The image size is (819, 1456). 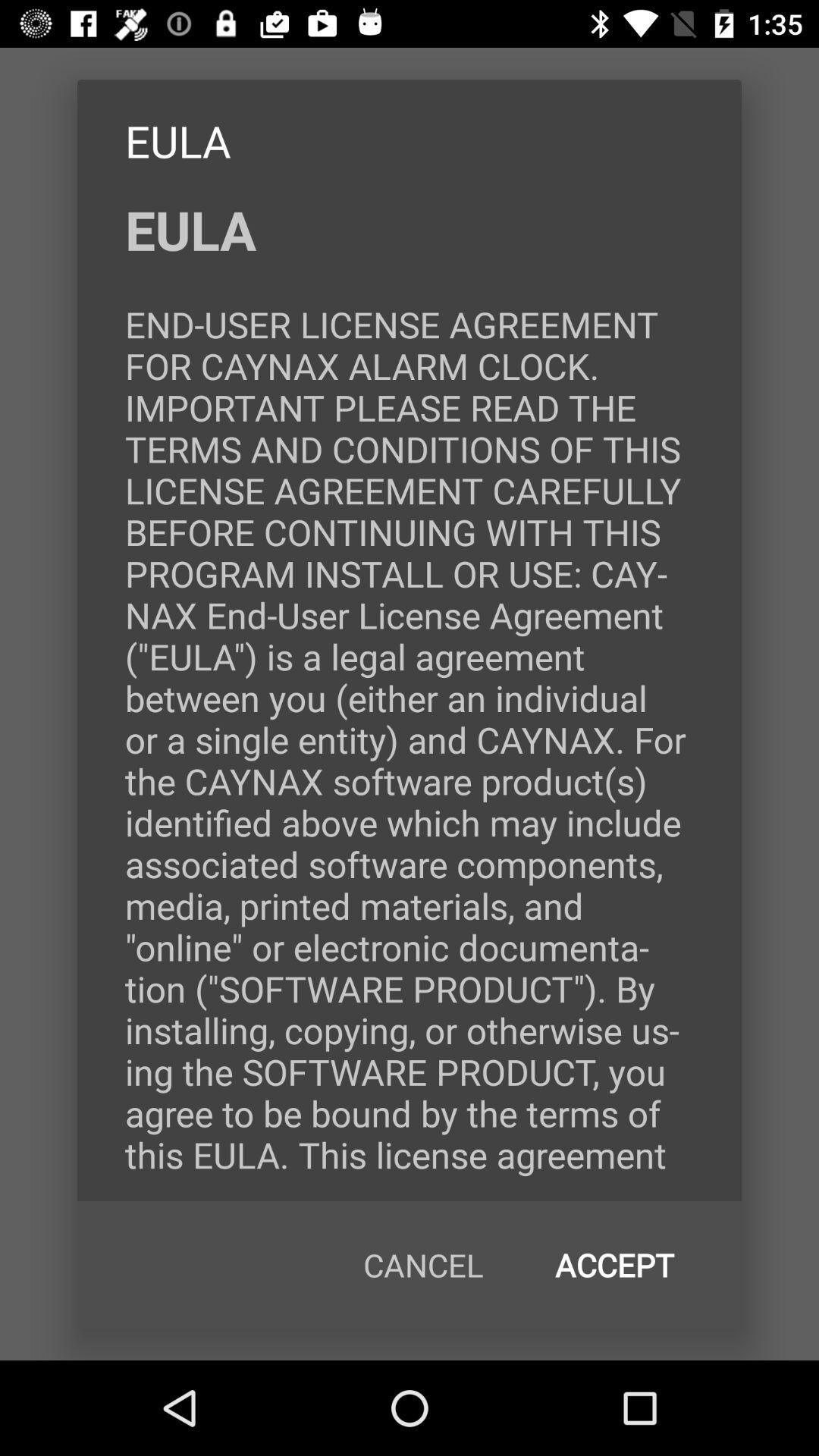 What do you see at coordinates (614, 1265) in the screenshot?
I see `the accept icon` at bounding box center [614, 1265].